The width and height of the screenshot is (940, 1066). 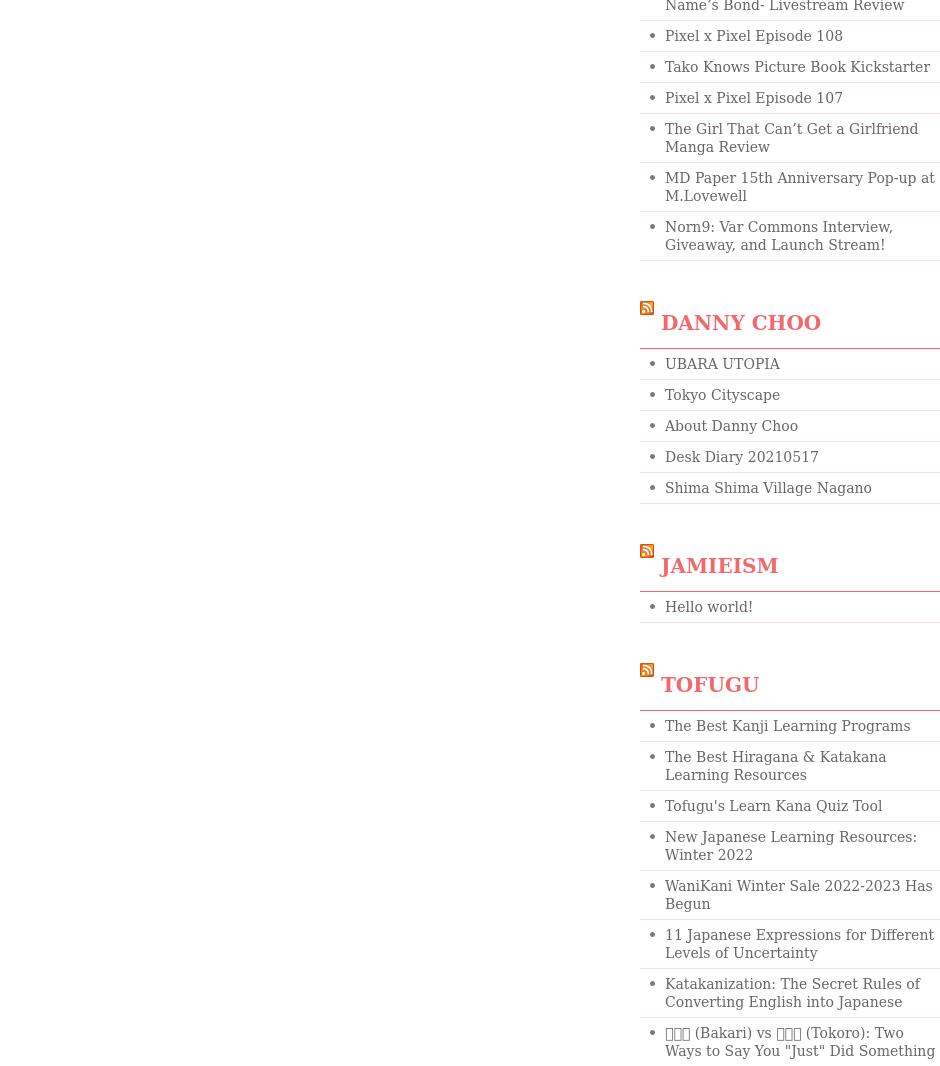 I want to click on 'The Best Hiragana & Katakana Learning Resources', so click(x=774, y=765).